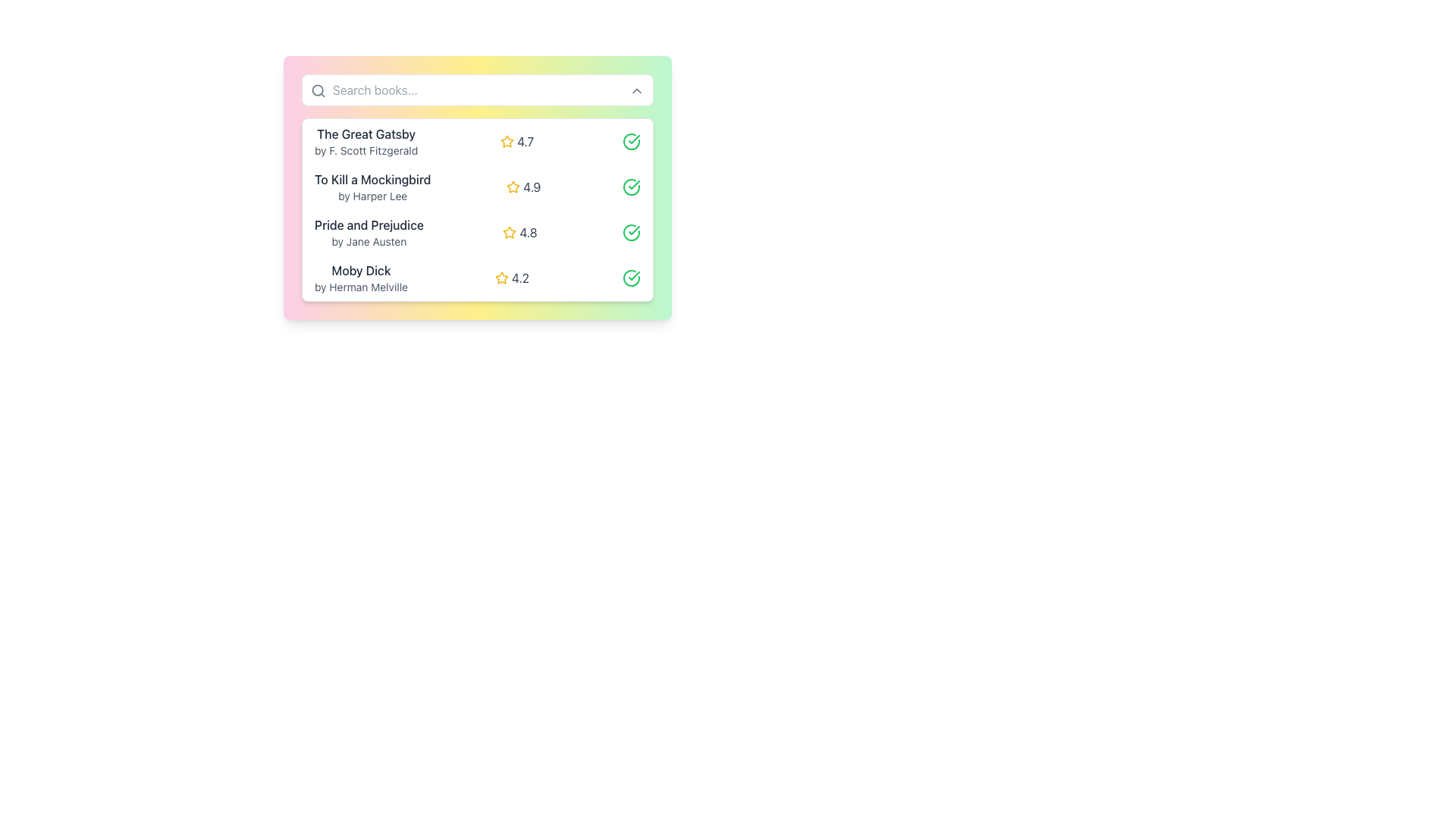  What do you see at coordinates (513, 186) in the screenshot?
I see `the yellow star icon representing the rating for the book 'To Kill a Mockingbird', located to the immediate left of the rating value '4.9'` at bounding box center [513, 186].